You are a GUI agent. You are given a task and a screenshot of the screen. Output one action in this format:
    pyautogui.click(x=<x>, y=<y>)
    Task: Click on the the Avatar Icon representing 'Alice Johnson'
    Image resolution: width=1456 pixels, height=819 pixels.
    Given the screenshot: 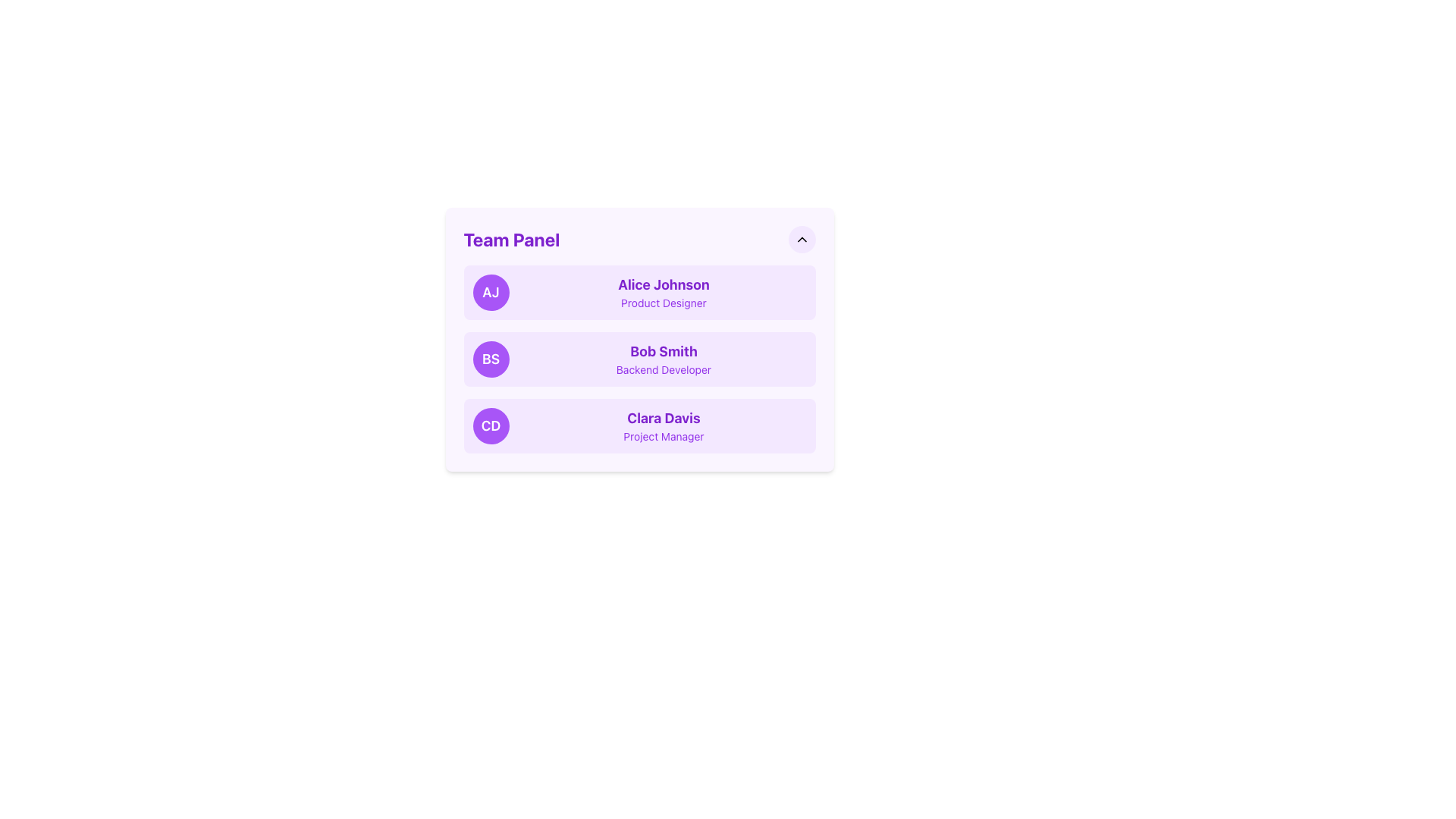 What is the action you would take?
    pyautogui.click(x=491, y=292)
    